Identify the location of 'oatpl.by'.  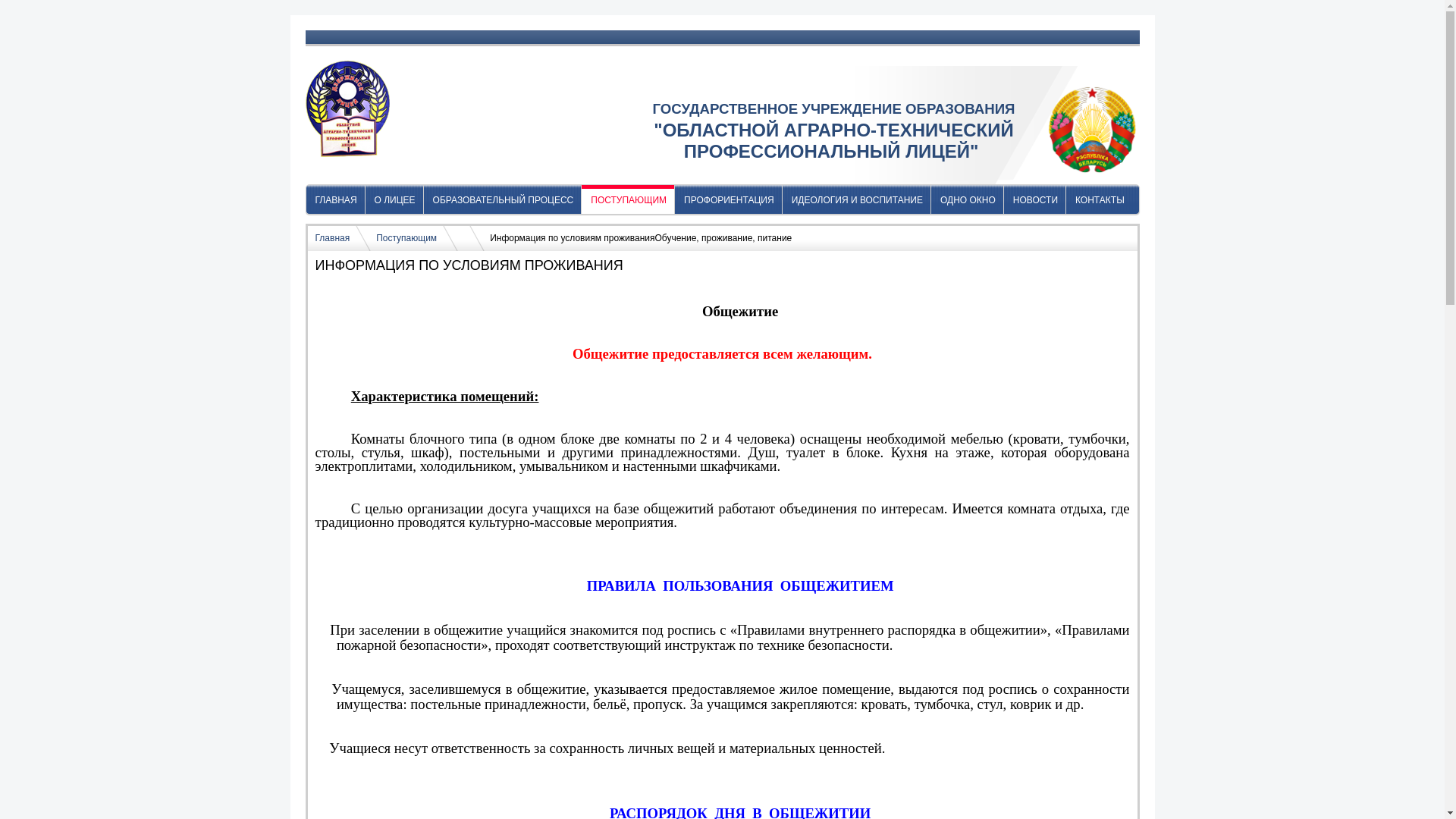
(346, 108).